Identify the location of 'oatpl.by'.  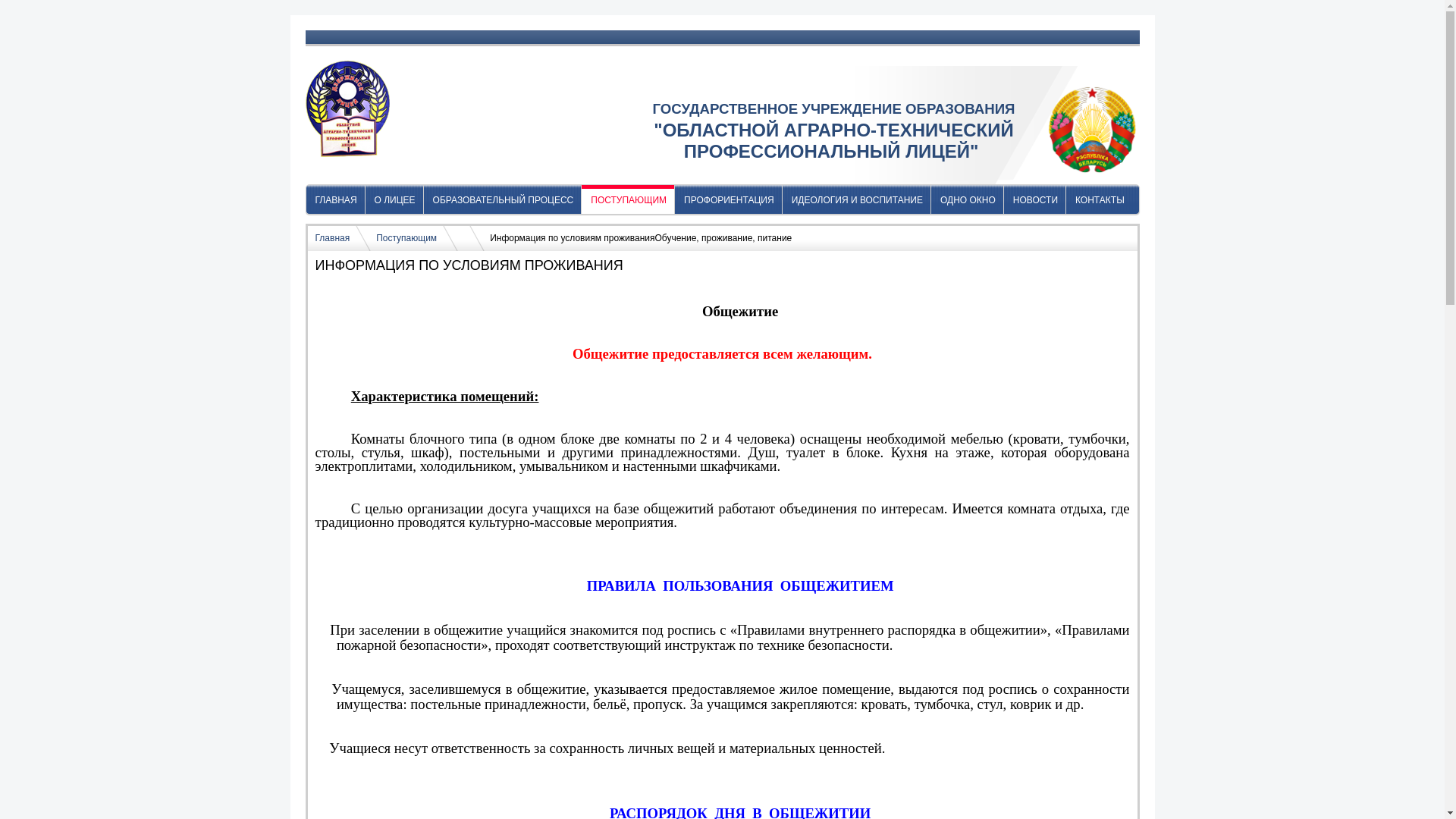
(346, 108).